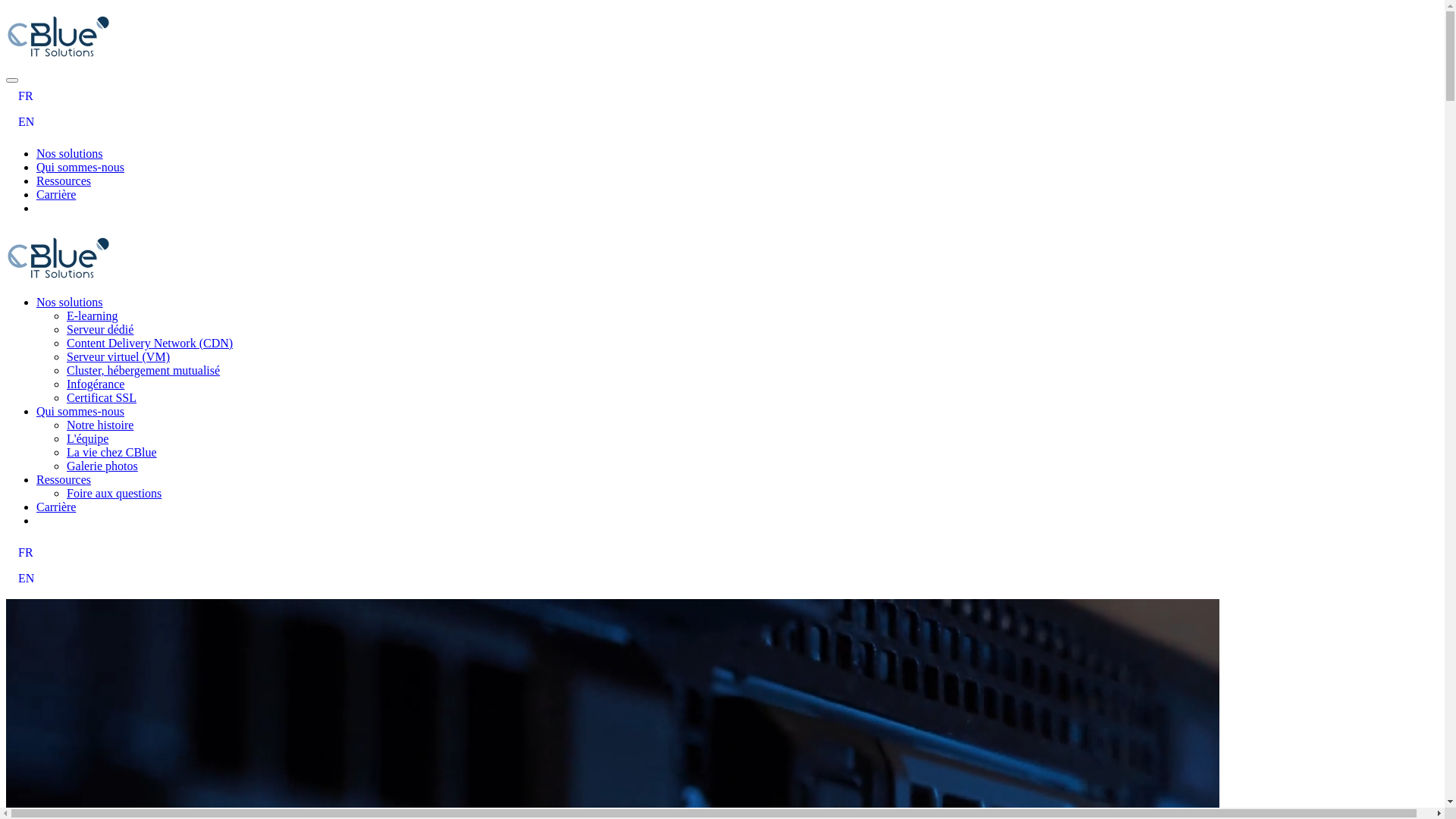  What do you see at coordinates (65, 451) in the screenshot?
I see `'La vie chez CBlue'` at bounding box center [65, 451].